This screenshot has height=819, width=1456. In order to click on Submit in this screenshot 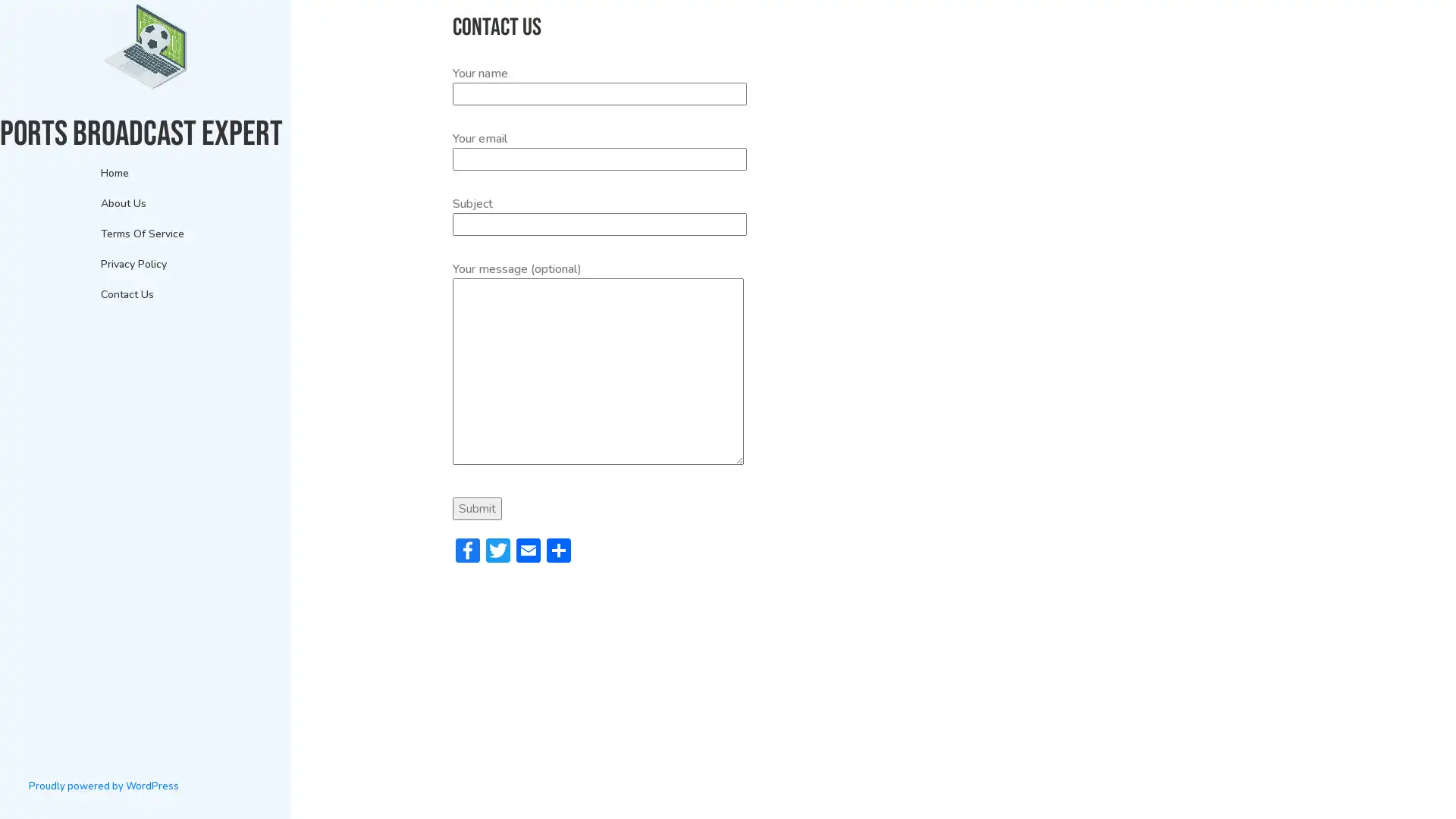, I will do `click(476, 508)`.